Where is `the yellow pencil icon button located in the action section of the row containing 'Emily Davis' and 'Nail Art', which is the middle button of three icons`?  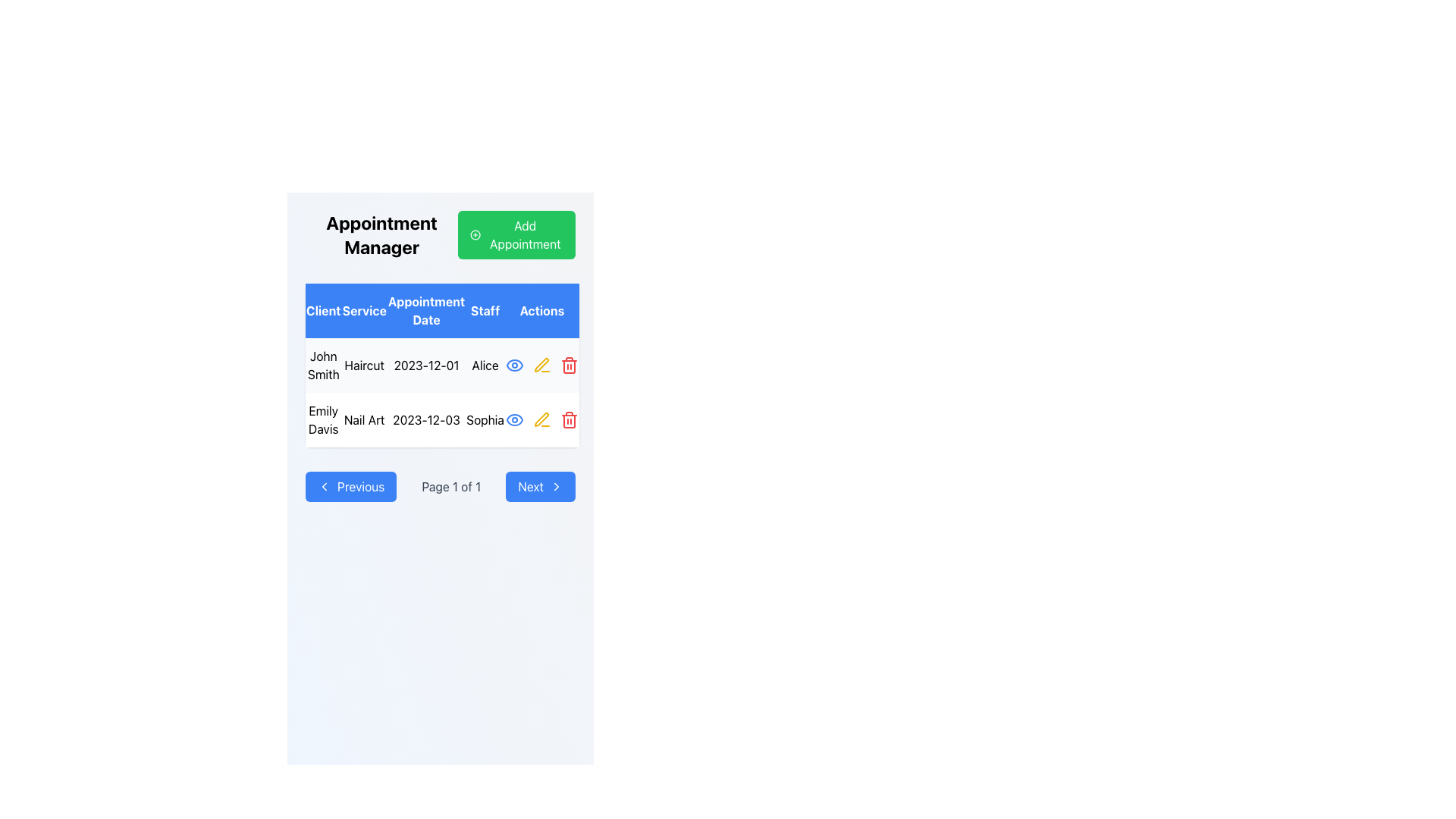 the yellow pencil icon button located in the action section of the row containing 'Emily Davis' and 'Nail Art', which is the middle button of three icons is located at coordinates (541, 420).